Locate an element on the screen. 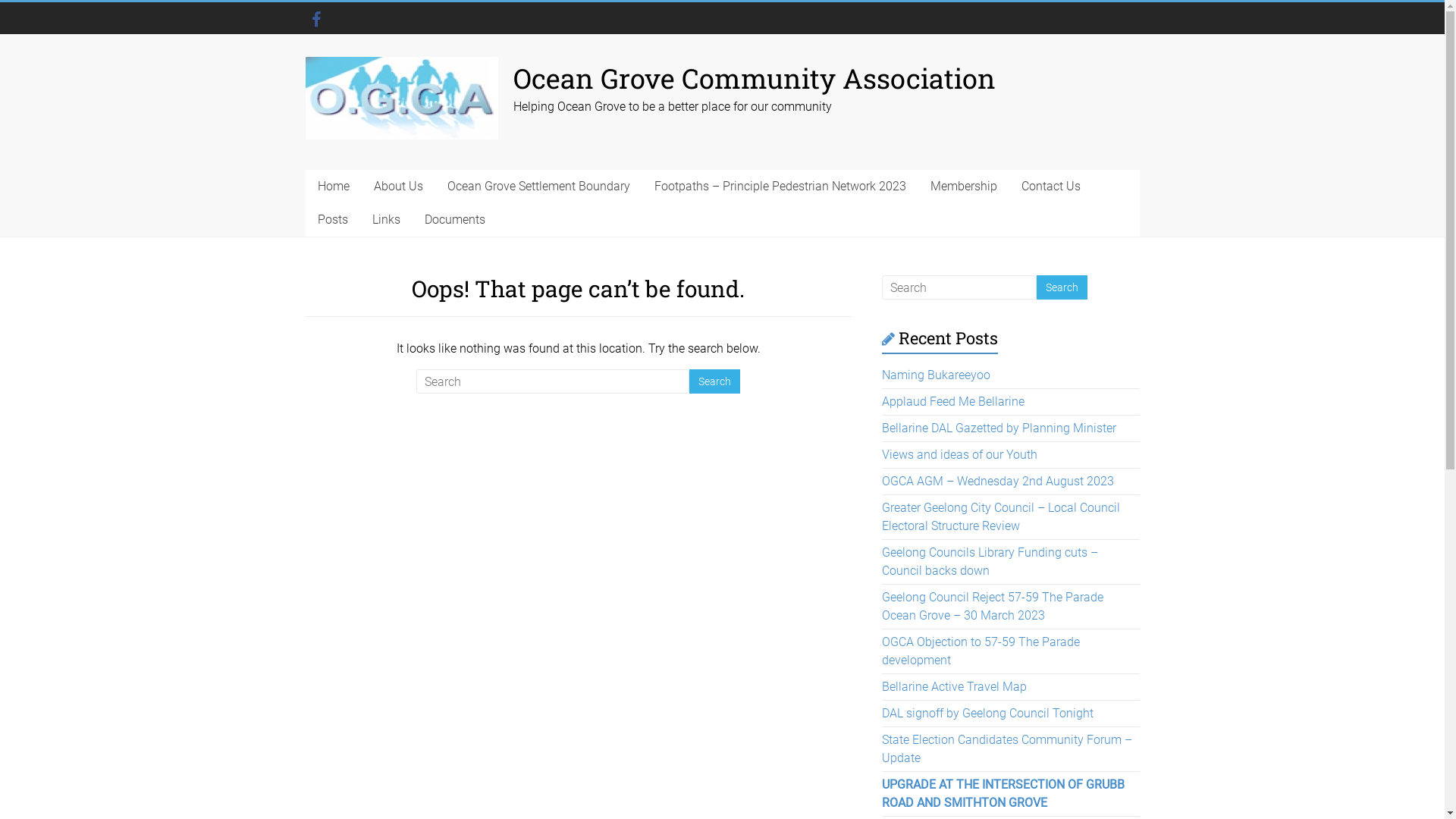  'Naming Bukareeyoo' is located at coordinates (935, 375).